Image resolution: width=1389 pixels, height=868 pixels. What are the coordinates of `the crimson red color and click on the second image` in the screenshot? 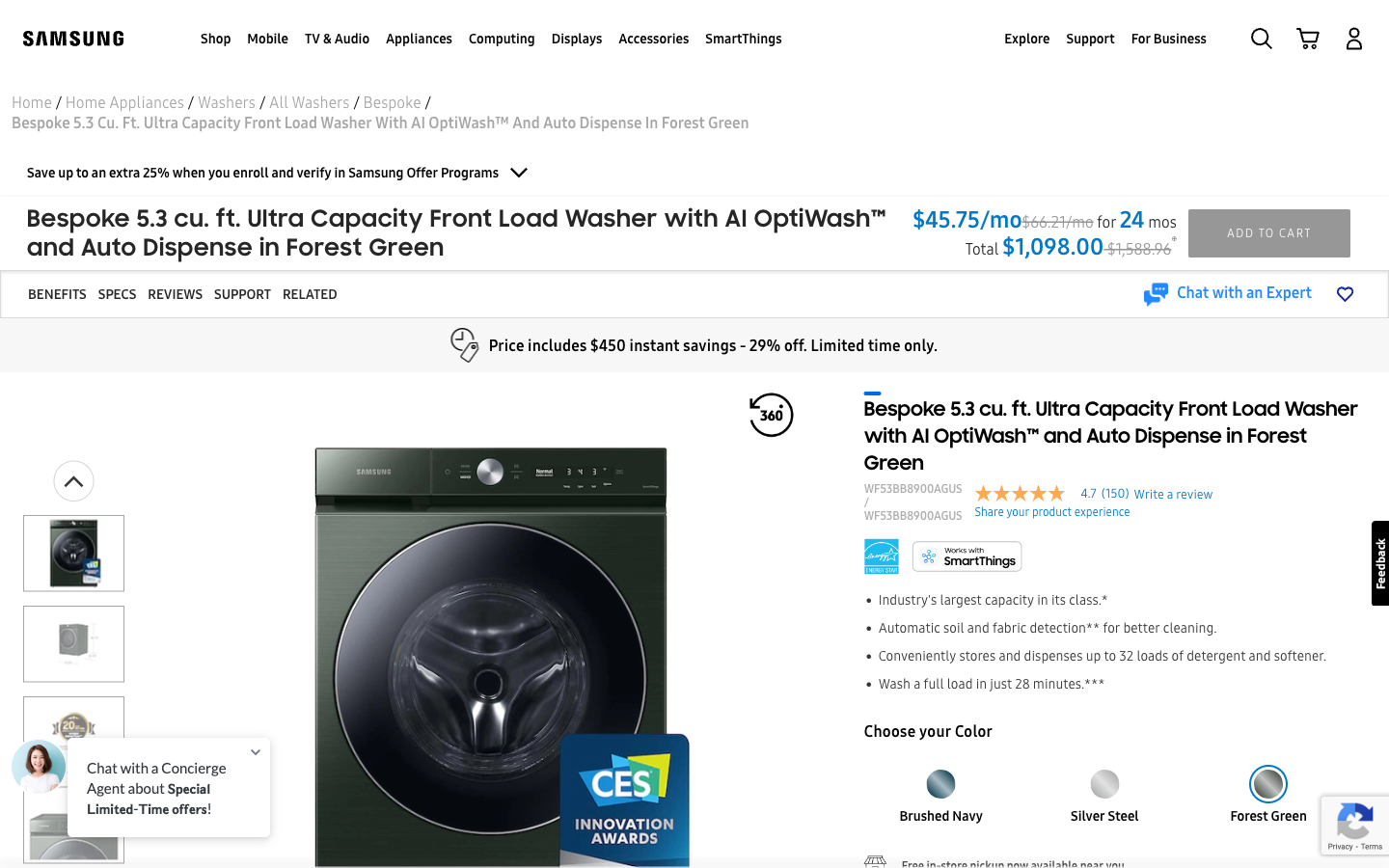 It's located at (1103, 777).